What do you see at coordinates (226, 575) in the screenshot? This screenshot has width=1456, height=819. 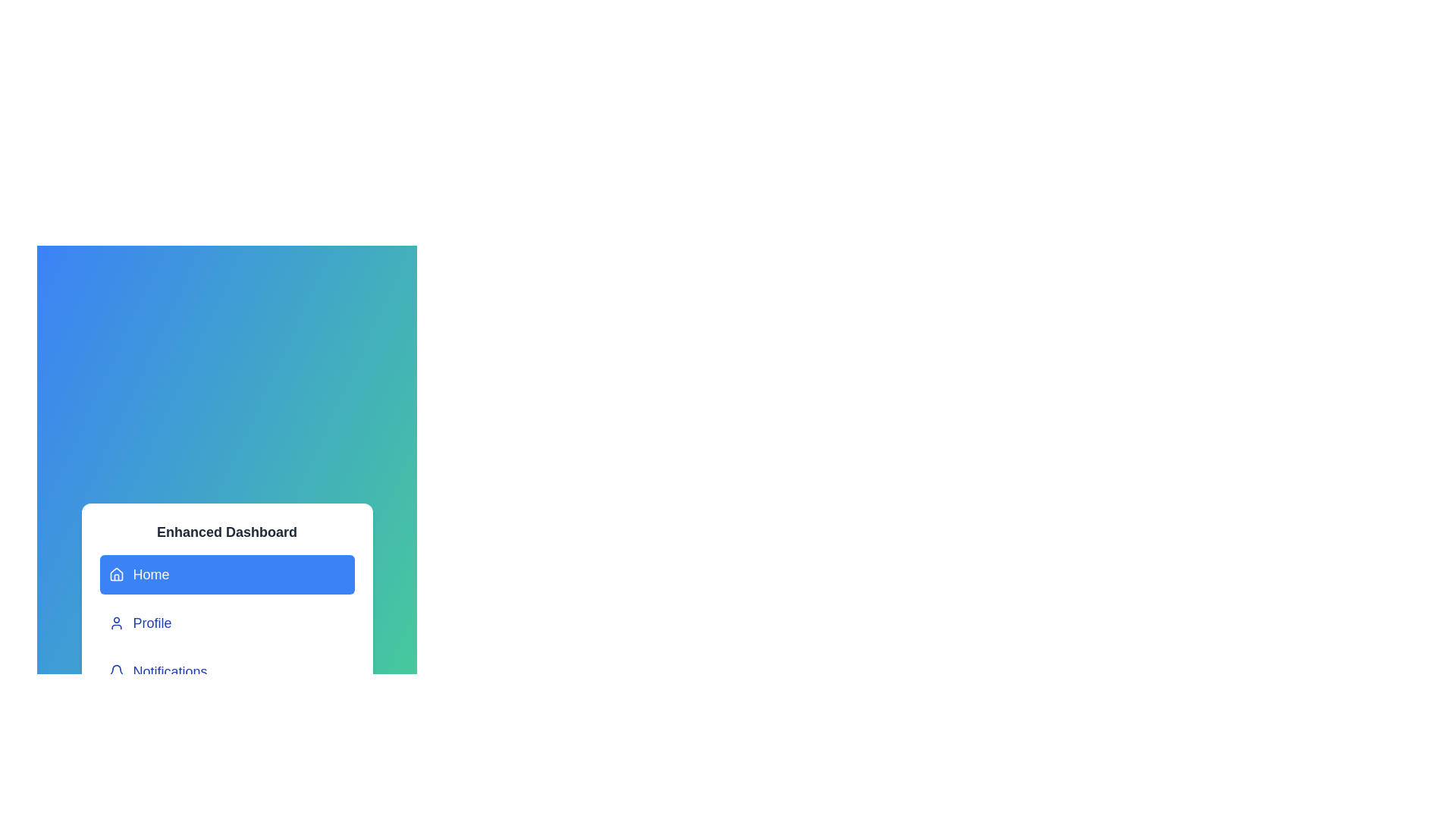 I see `the text labeled Home to read its content` at bounding box center [226, 575].